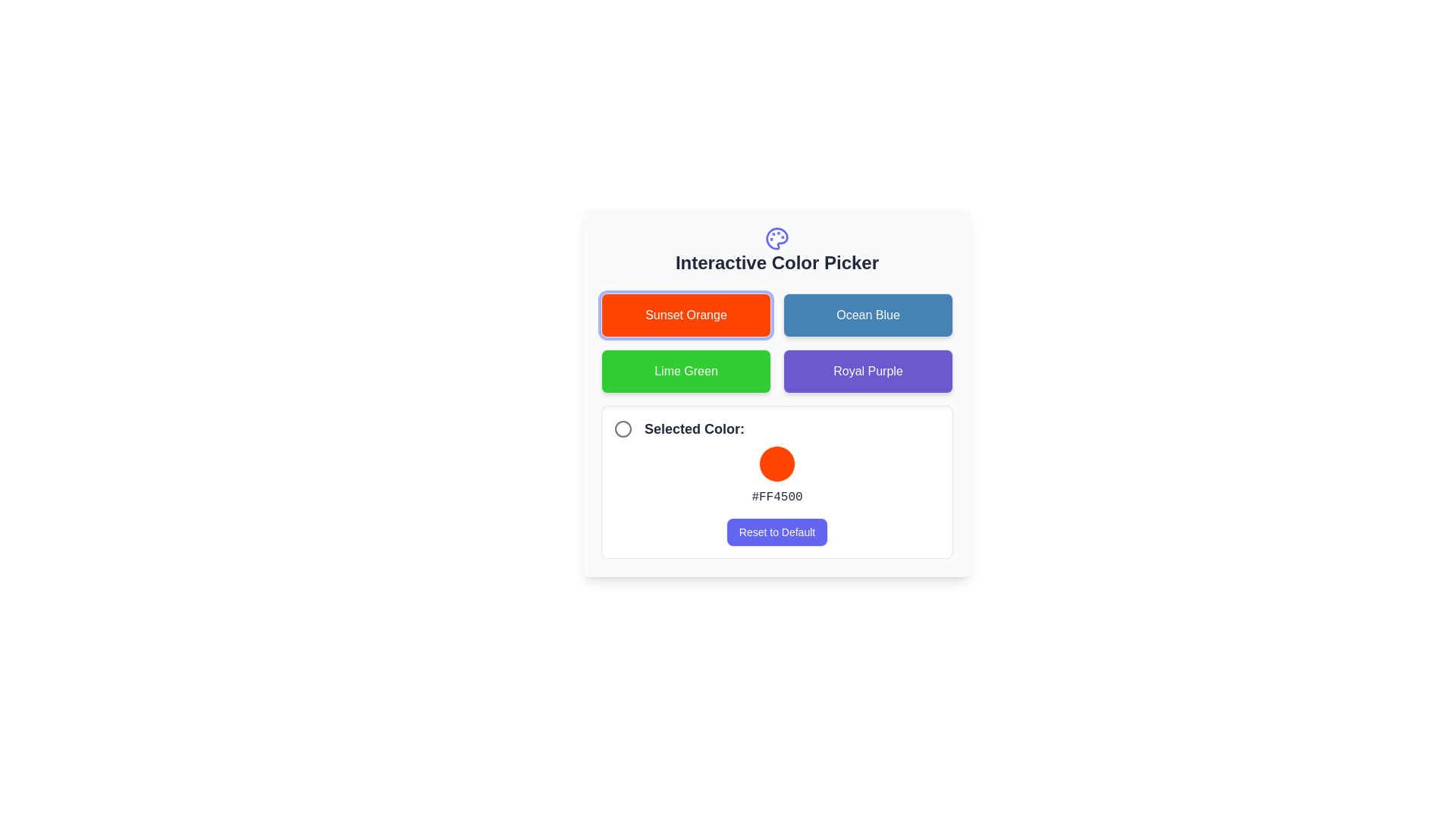  What do you see at coordinates (868, 371) in the screenshot?
I see `the 'Royal Purple' button located at the bottom-right of the grid layout to trigger the scaling effect` at bounding box center [868, 371].